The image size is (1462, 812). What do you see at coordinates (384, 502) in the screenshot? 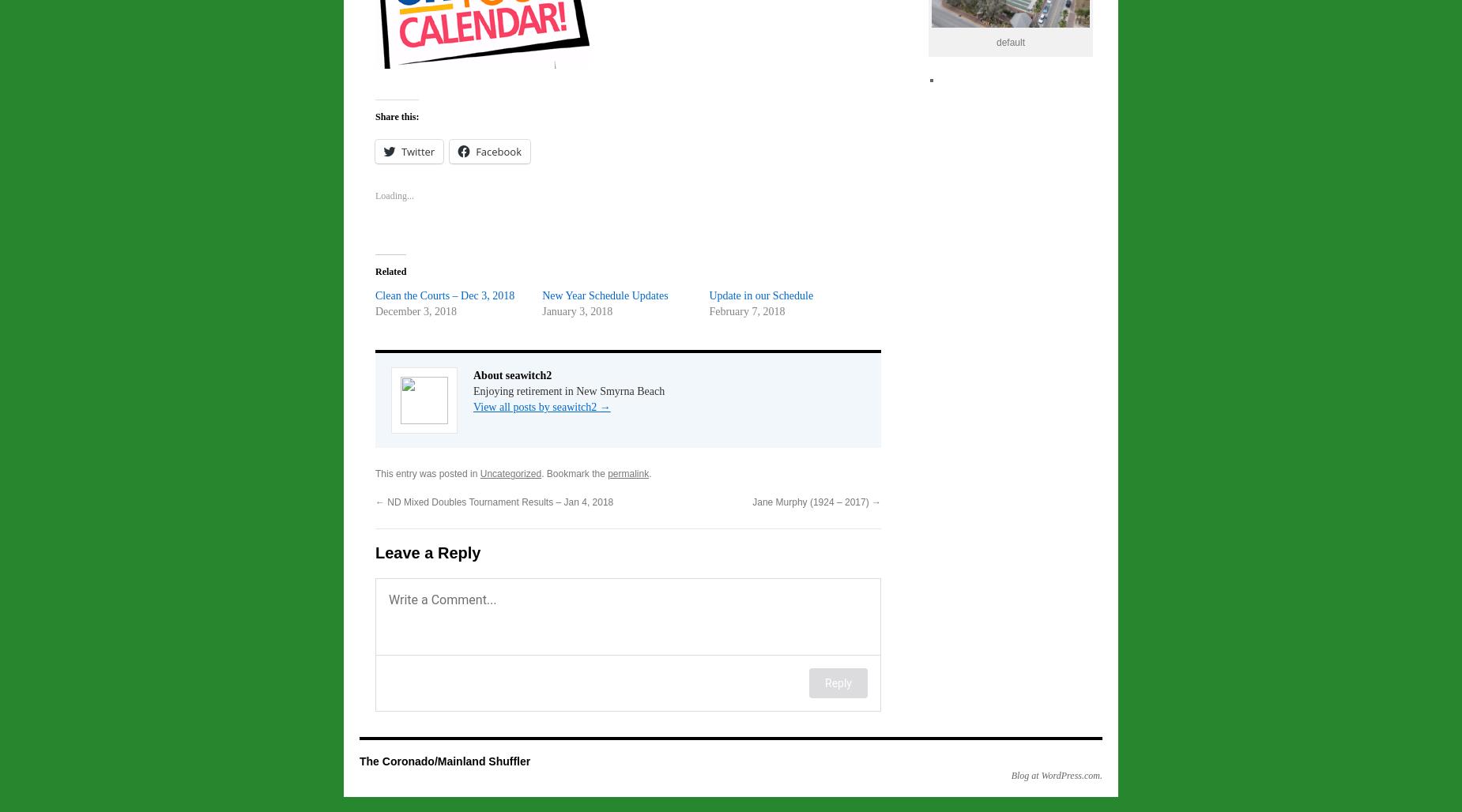
I see `'ND Mixed Doubles Tournament Results – Jan 4, 2018'` at bounding box center [384, 502].